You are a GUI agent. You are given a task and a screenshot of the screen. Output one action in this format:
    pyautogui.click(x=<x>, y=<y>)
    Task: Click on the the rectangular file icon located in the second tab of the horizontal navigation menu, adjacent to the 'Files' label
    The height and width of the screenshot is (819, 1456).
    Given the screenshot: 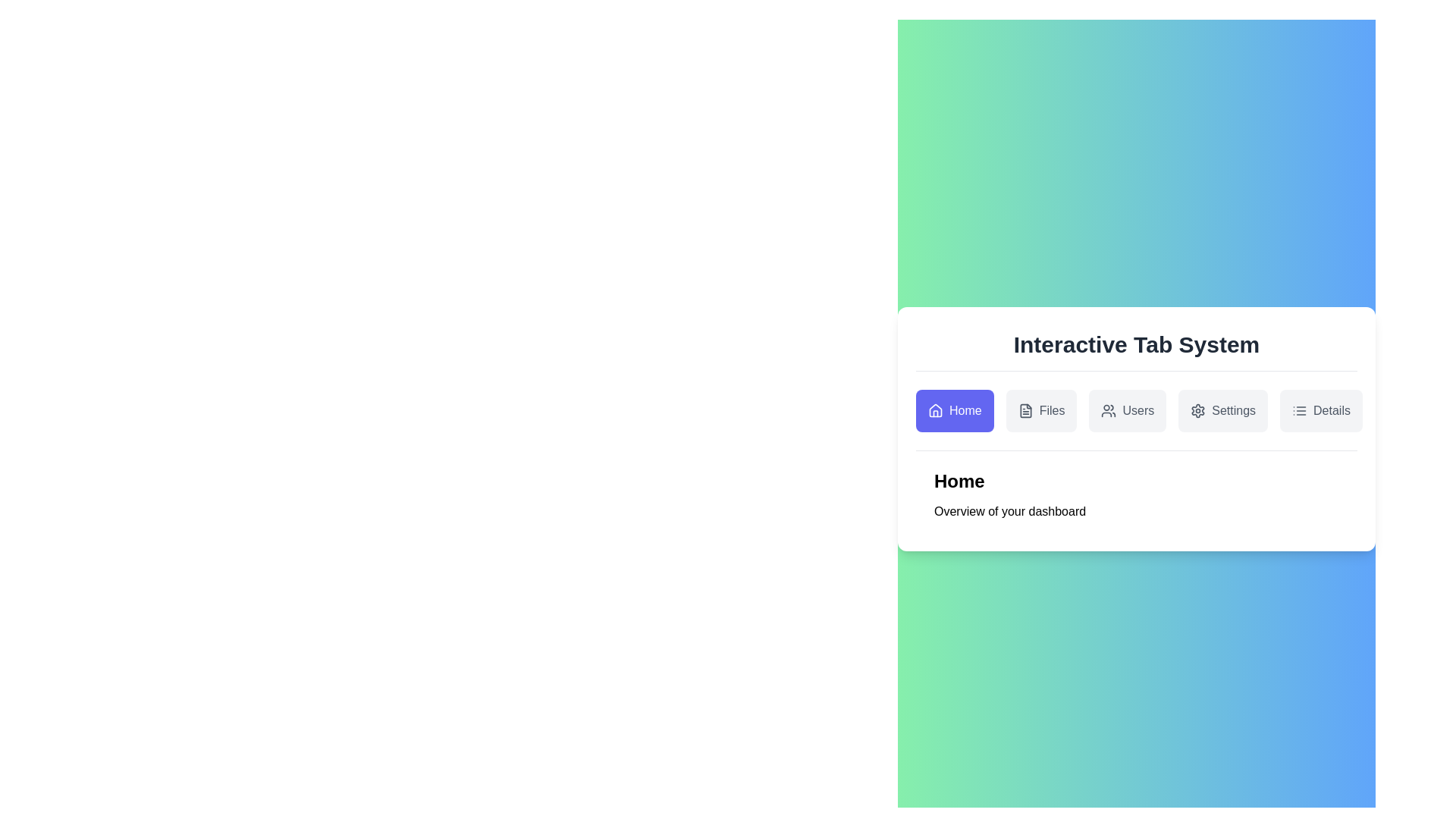 What is the action you would take?
    pyautogui.click(x=1025, y=411)
    